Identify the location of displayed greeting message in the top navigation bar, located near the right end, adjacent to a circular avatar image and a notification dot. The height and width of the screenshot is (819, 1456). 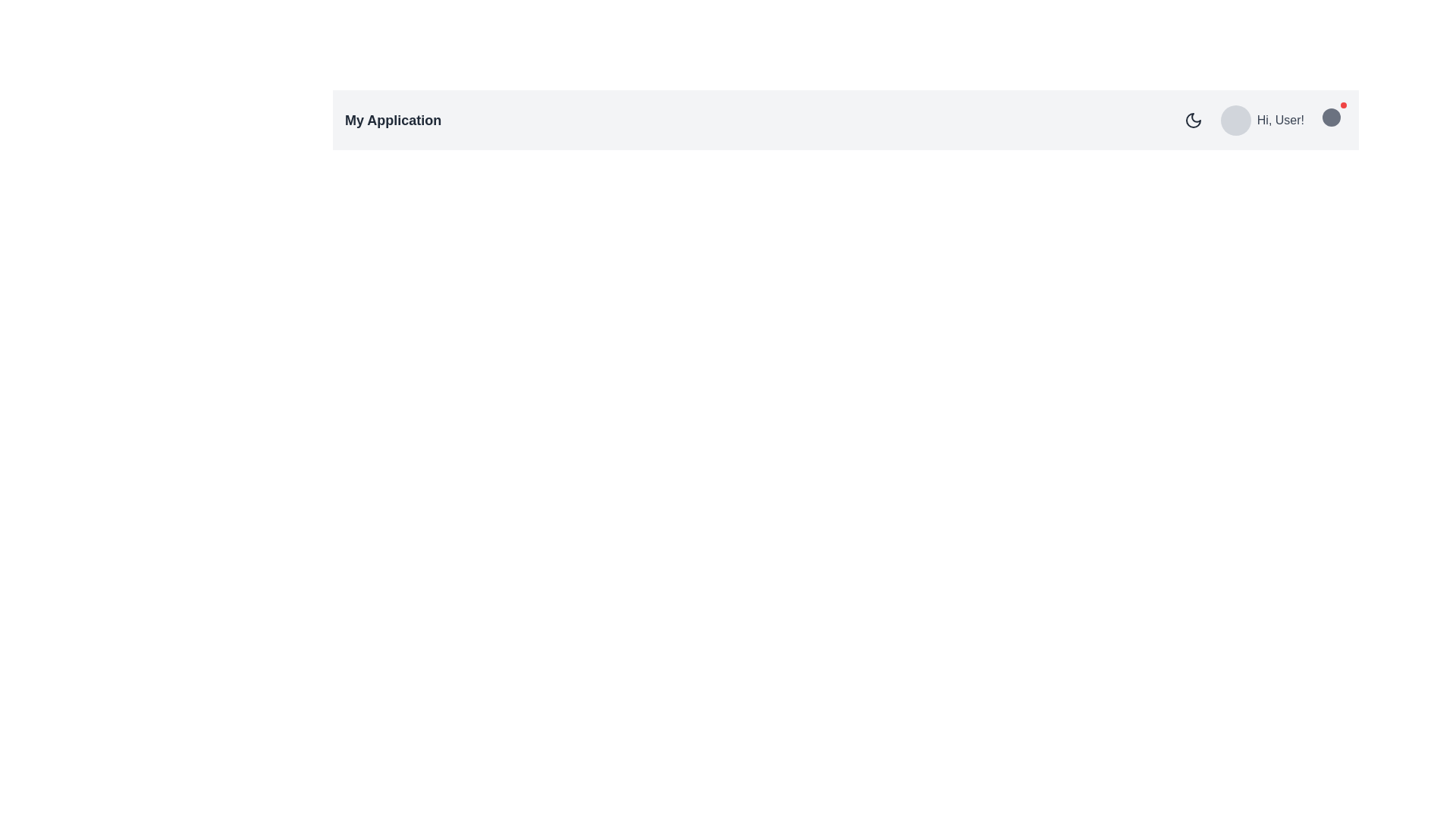
(1279, 119).